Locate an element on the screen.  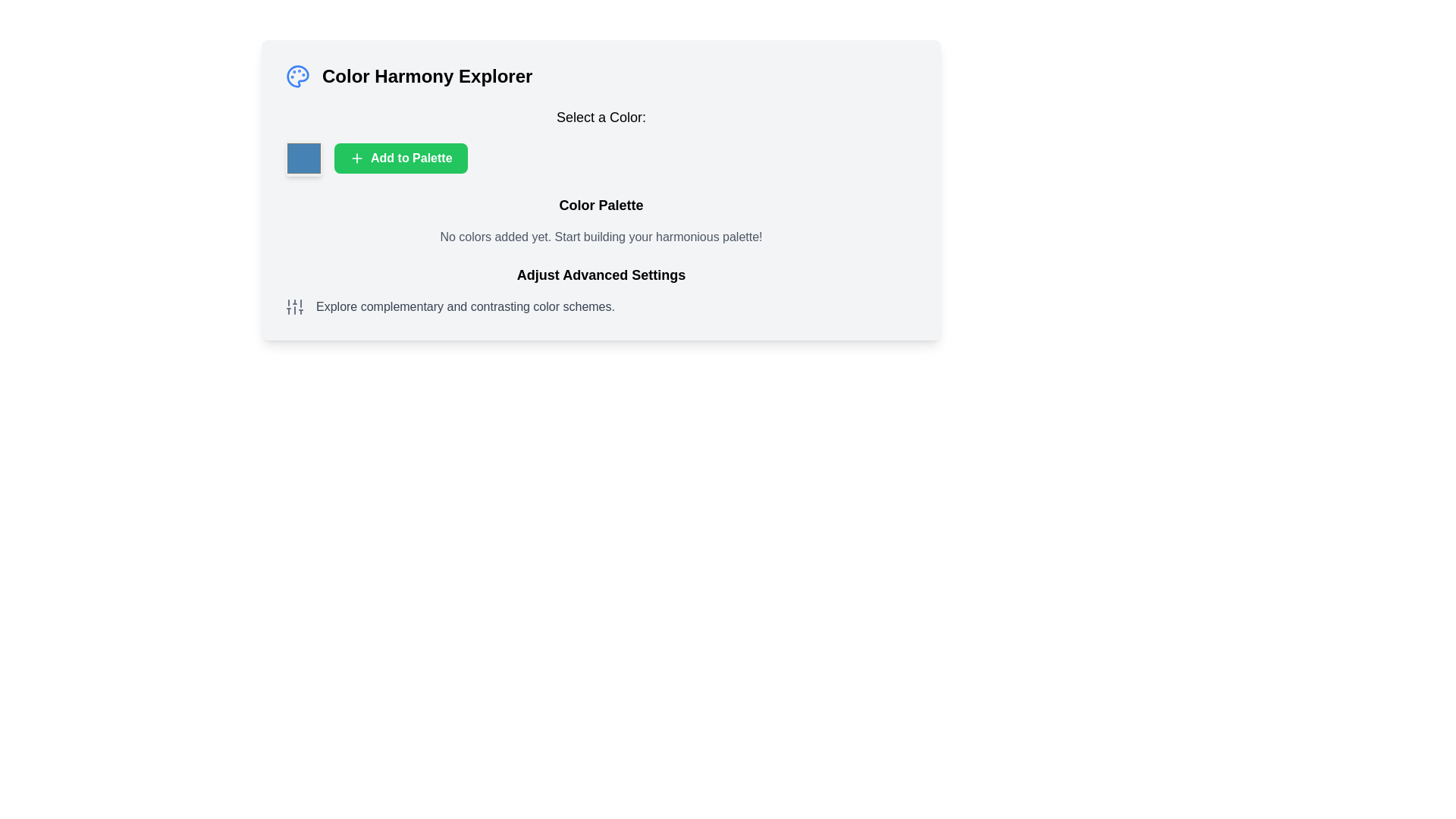
the button that allows users to add the selected color to their palette, located to the right of the blue square color display and slightly below the title 'Select a Color:' is located at coordinates (600, 158).